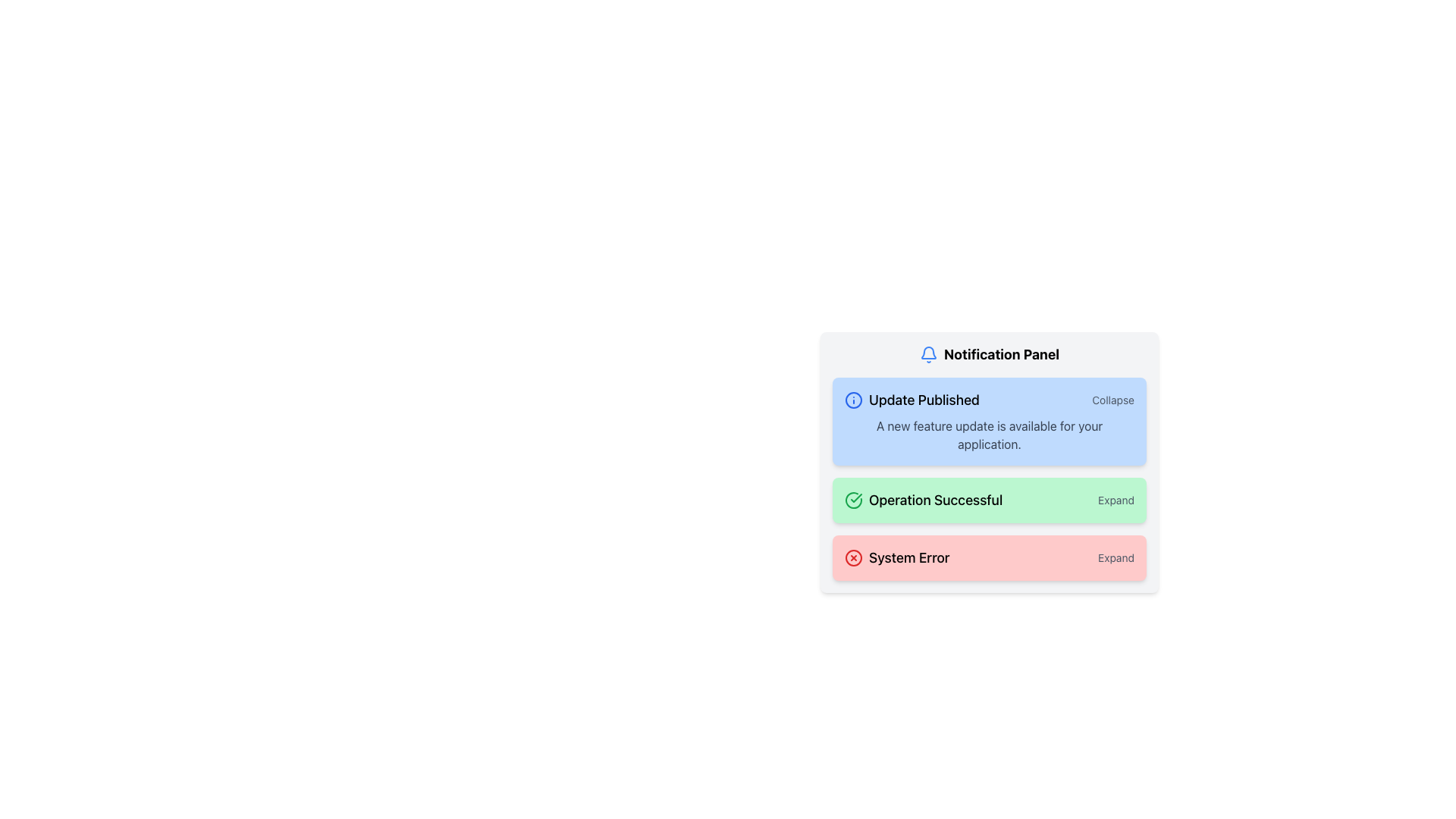  What do you see at coordinates (909, 558) in the screenshot?
I see `the 'System Error' text label that indicates a critical system state within the Notification Panel` at bounding box center [909, 558].